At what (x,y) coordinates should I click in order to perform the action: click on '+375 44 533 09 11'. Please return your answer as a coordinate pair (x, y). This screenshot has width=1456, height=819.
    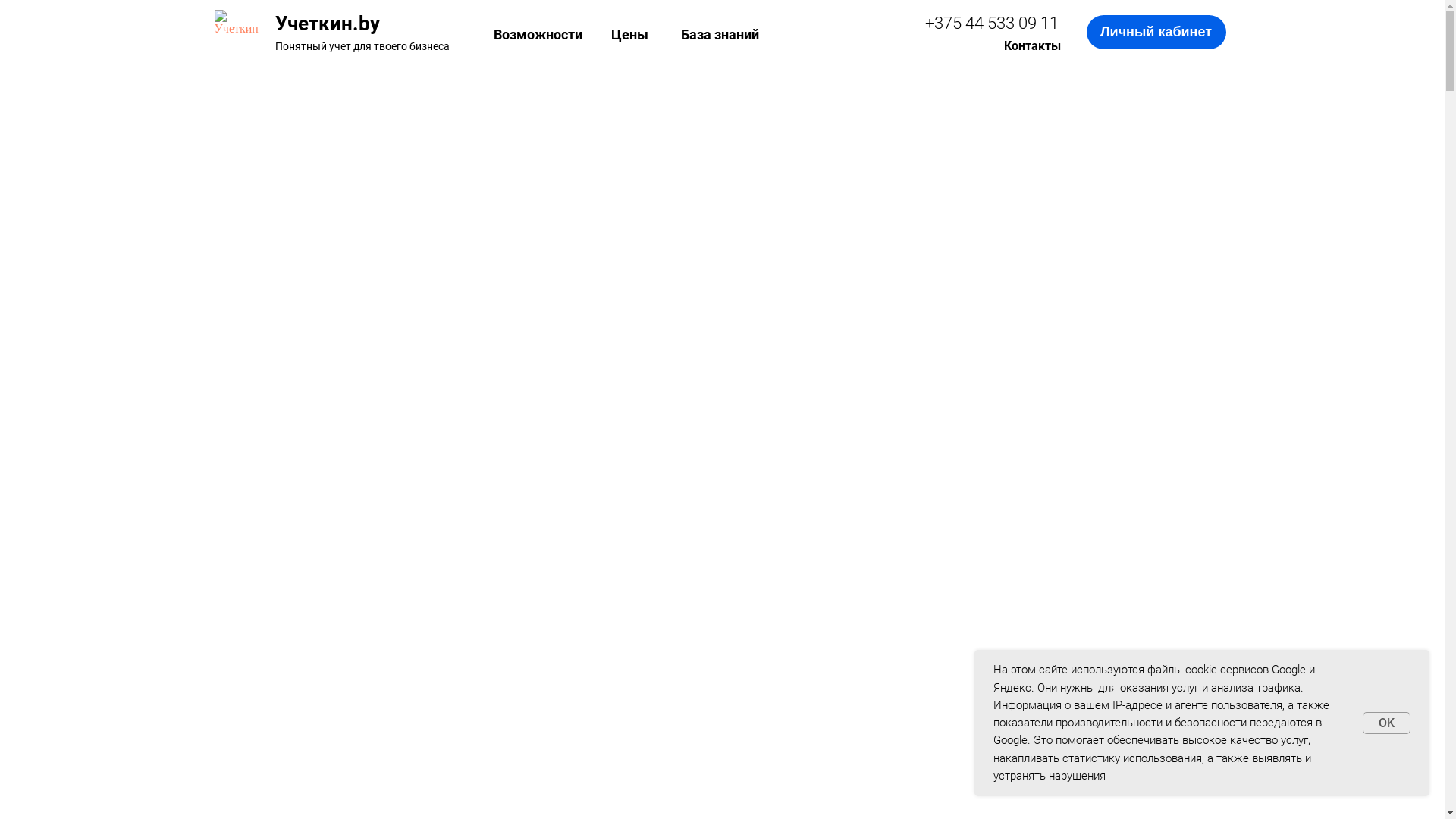
    Looking at the image, I should click on (991, 23).